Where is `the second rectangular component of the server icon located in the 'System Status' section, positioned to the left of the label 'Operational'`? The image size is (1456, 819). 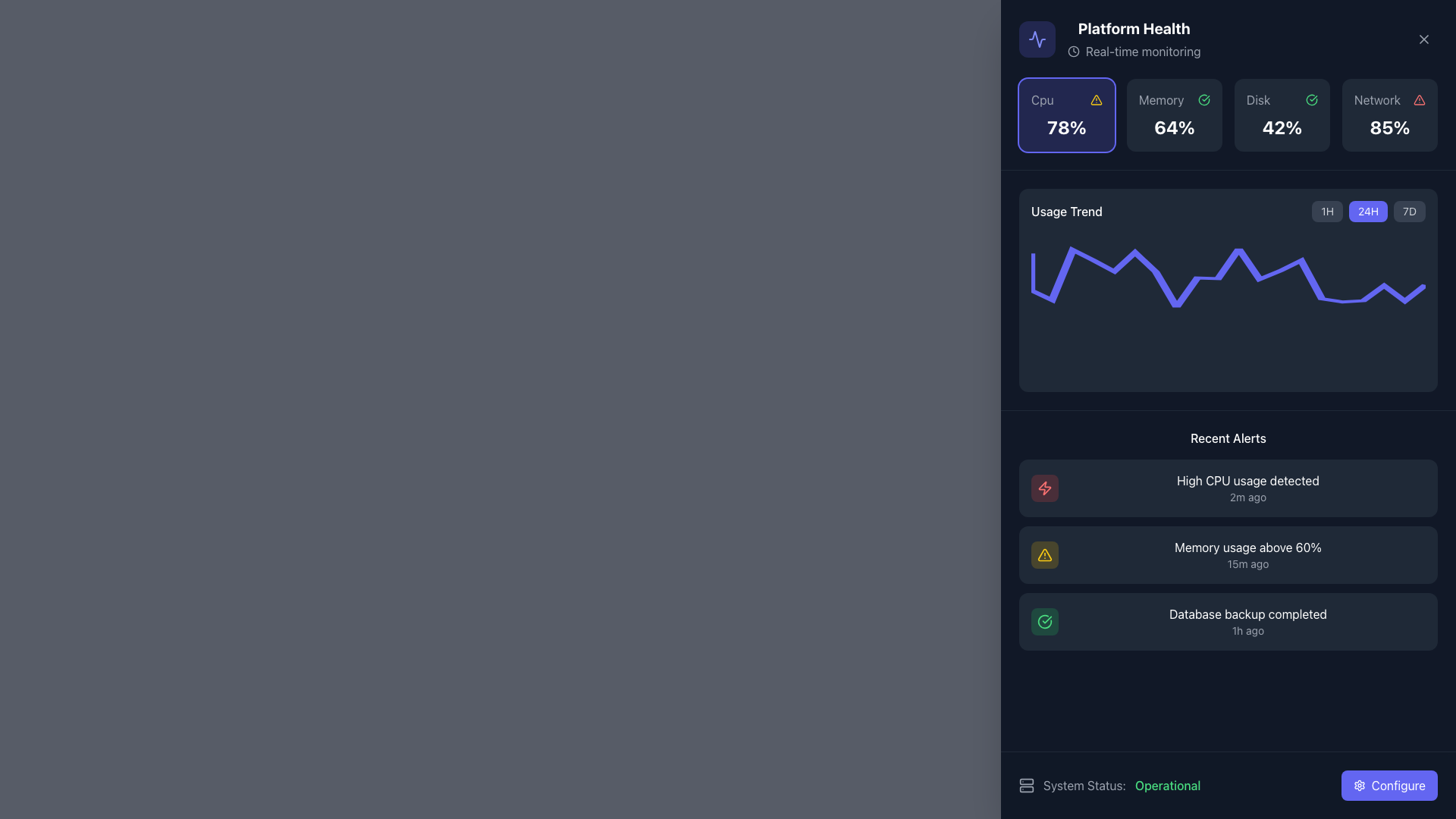 the second rectangular component of the server icon located in the 'System Status' section, positioned to the left of the label 'Operational' is located at coordinates (1026, 789).